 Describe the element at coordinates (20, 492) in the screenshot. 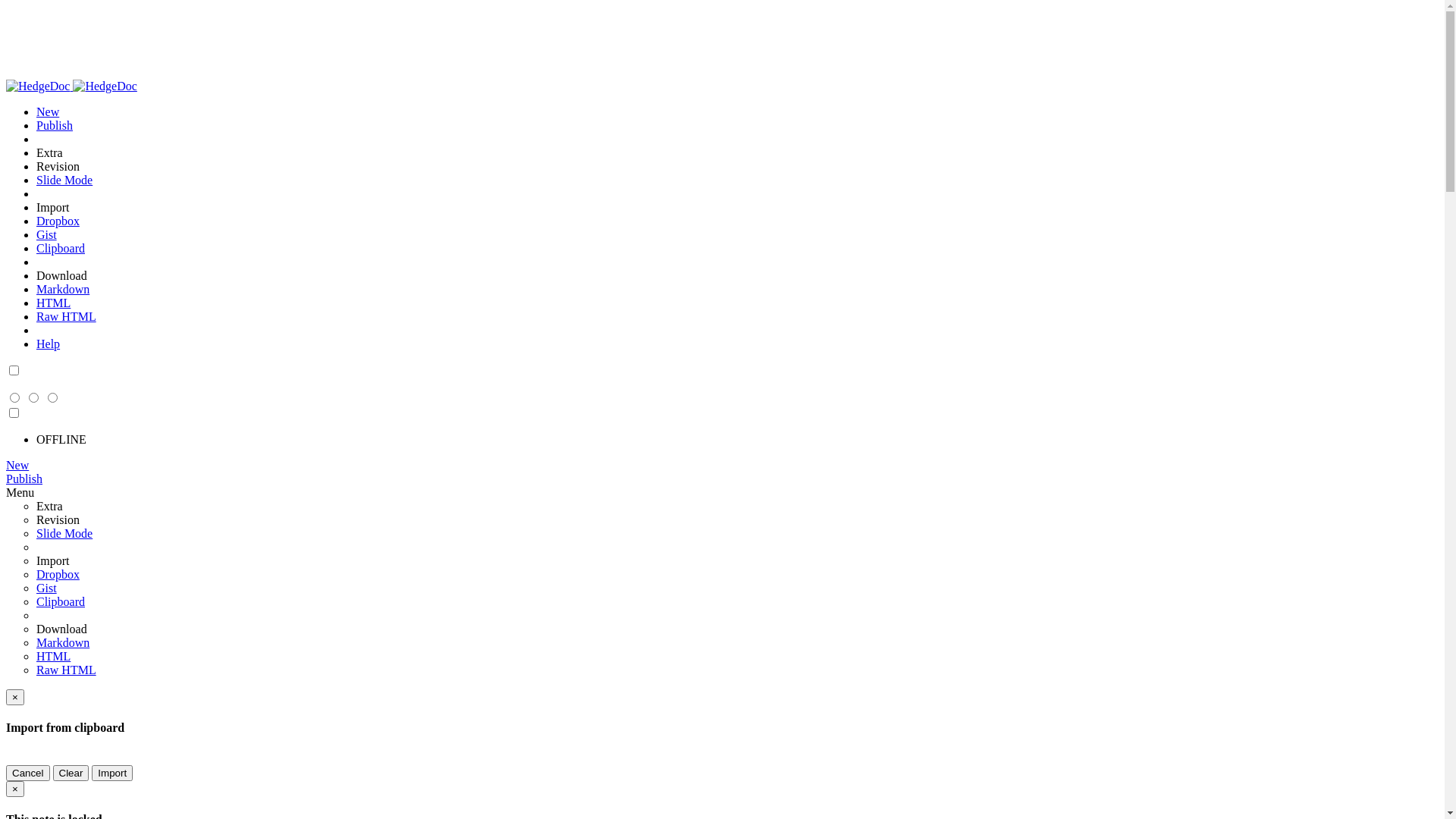

I see `'Menu'` at that location.